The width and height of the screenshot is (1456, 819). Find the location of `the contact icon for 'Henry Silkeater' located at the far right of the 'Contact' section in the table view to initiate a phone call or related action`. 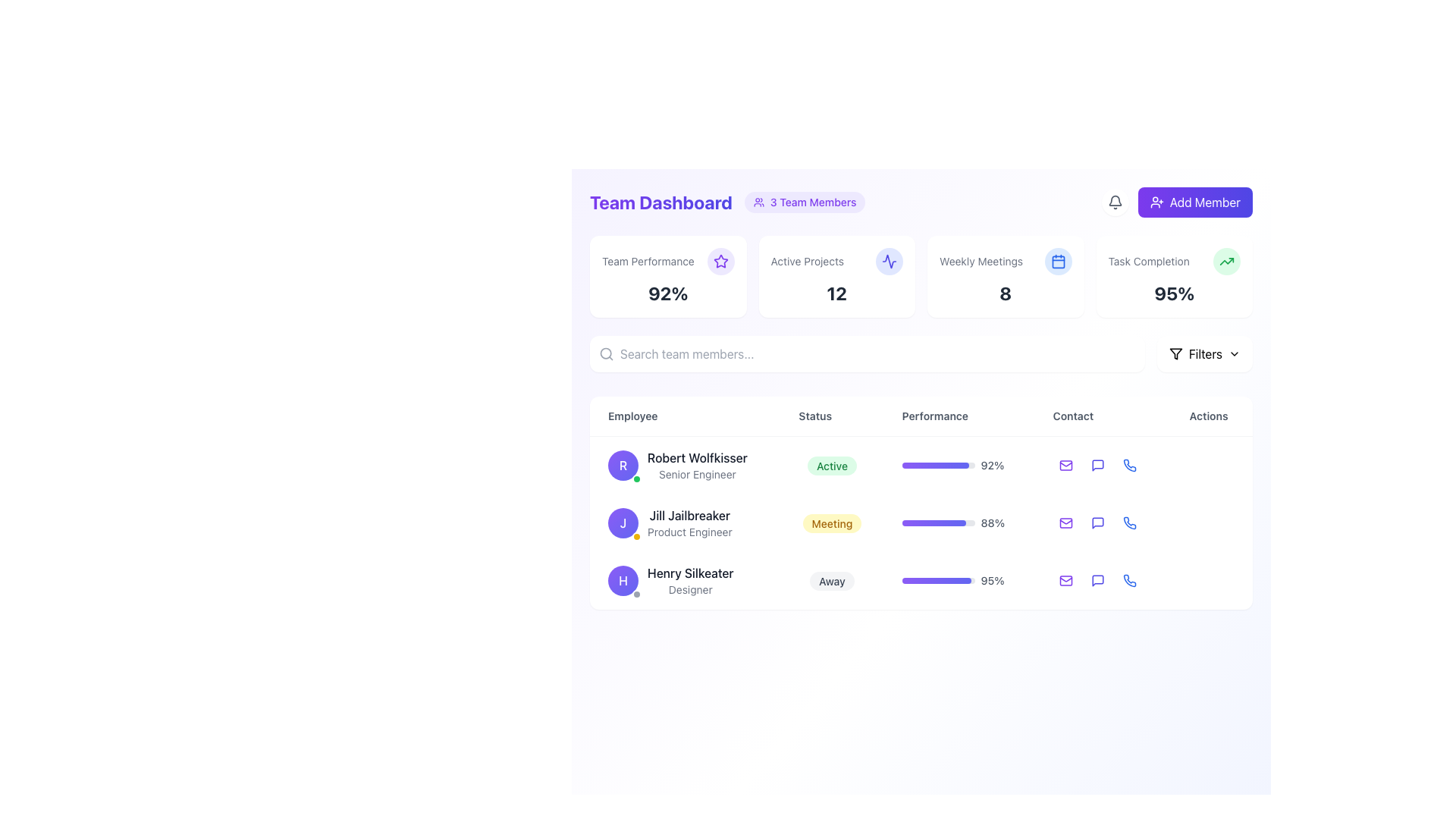

the contact icon for 'Henry Silkeater' located at the far right of the 'Contact' section in the table view to initiate a phone call or related action is located at coordinates (1129, 522).